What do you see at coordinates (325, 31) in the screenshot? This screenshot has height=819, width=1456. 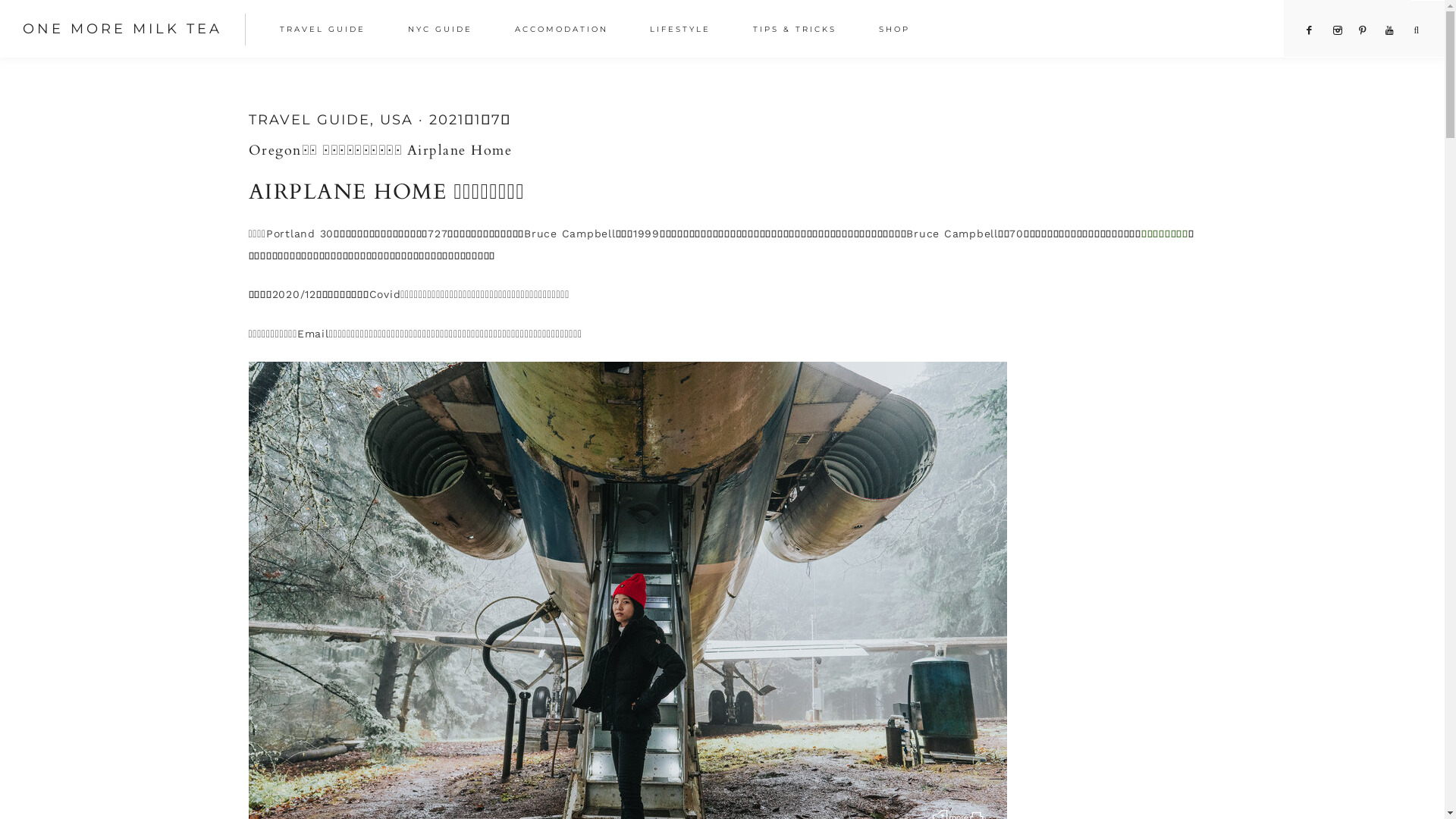 I see `'TRAVEL GUIDE'` at bounding box center [325, 31].